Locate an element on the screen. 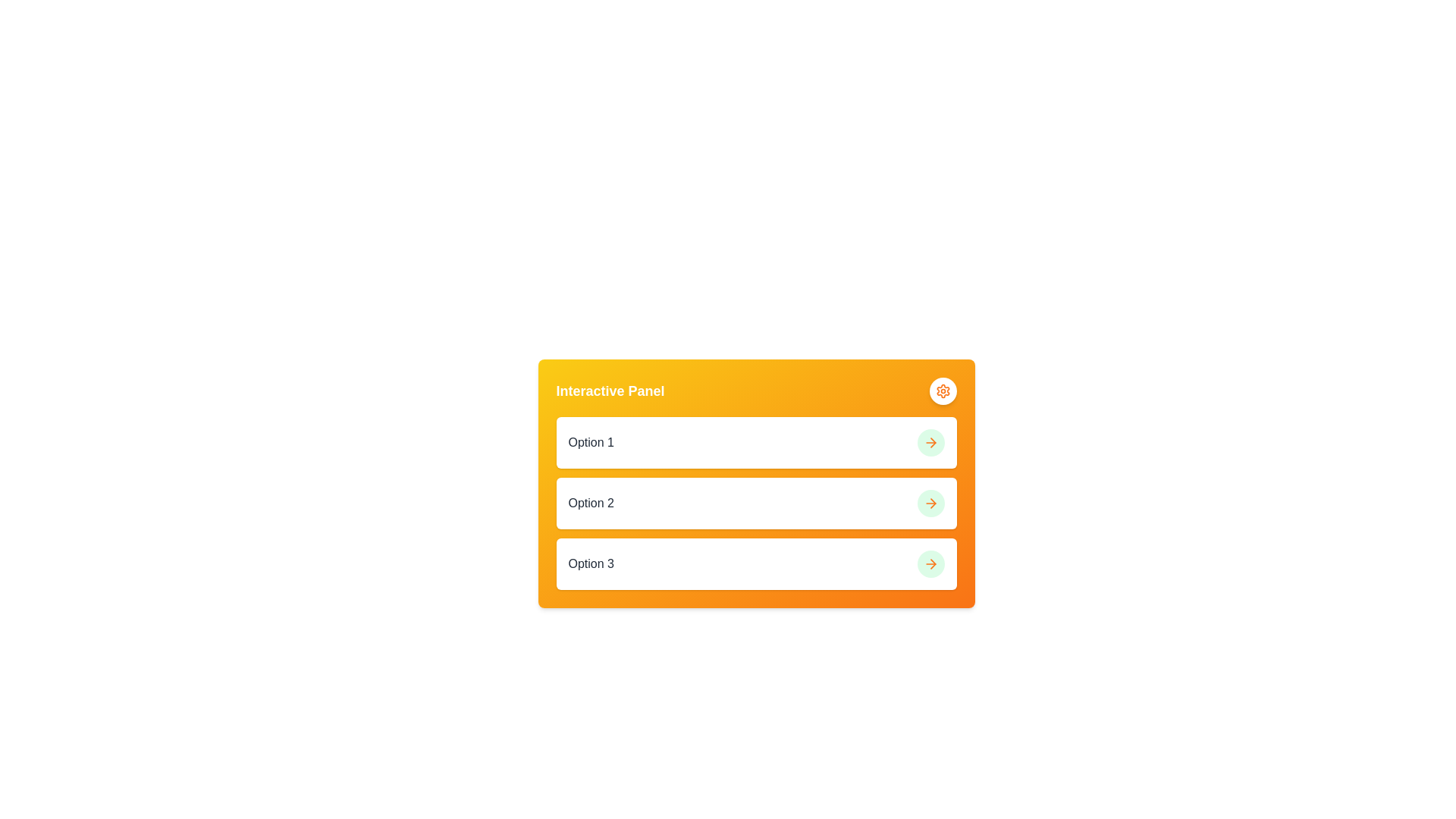  the green circular button-like component that acts as a navigation or confirmation button for the second option in the vertical list is located at coordinates (930, 442).